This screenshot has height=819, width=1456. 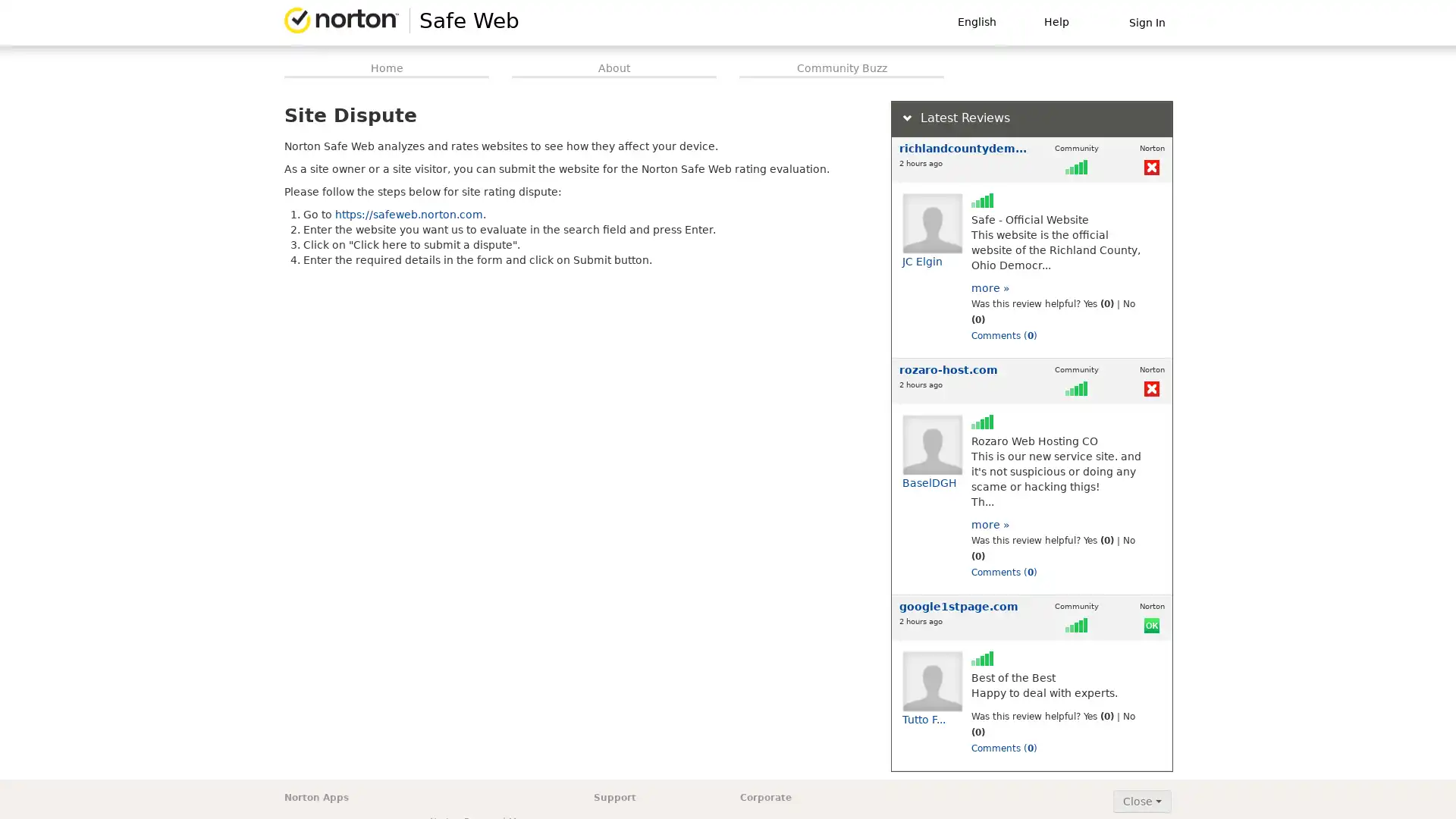 What do you see at coordinates (1142, 800) in the screenshot?
I see `Close` at bounding box center [1142, 800].